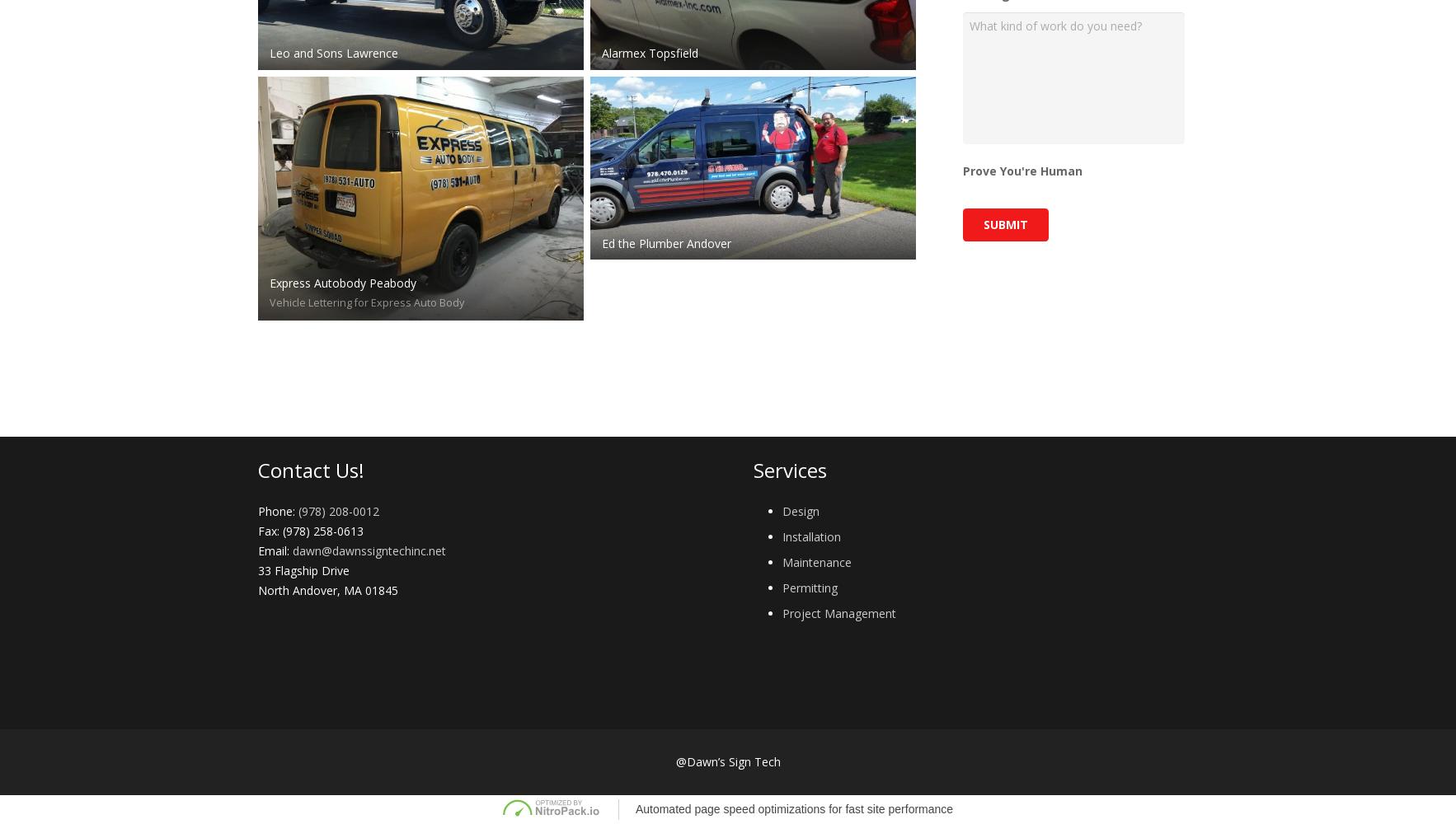 The width and height of the screenshot is (1456, 824). Describe the element at coordinates (337, 509) in the screenshot. I see `'(978) 208-0012'` at that location.